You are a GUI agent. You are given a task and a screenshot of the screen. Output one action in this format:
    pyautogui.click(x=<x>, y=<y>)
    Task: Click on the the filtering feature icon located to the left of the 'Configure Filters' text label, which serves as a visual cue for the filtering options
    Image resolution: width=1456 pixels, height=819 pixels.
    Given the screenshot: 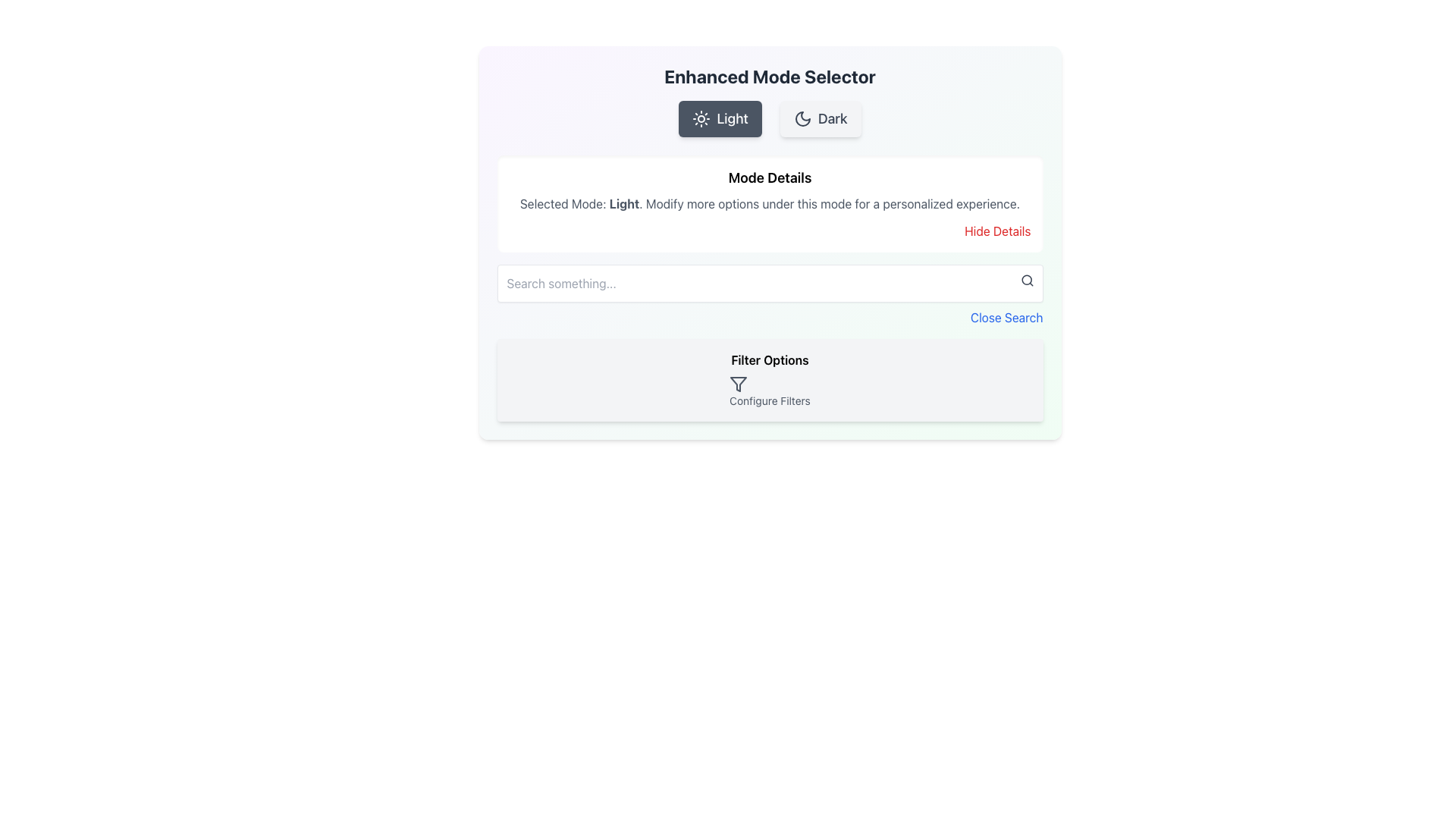 What is the action you would take?
    pyautogui.click(x=739, y=383)
    